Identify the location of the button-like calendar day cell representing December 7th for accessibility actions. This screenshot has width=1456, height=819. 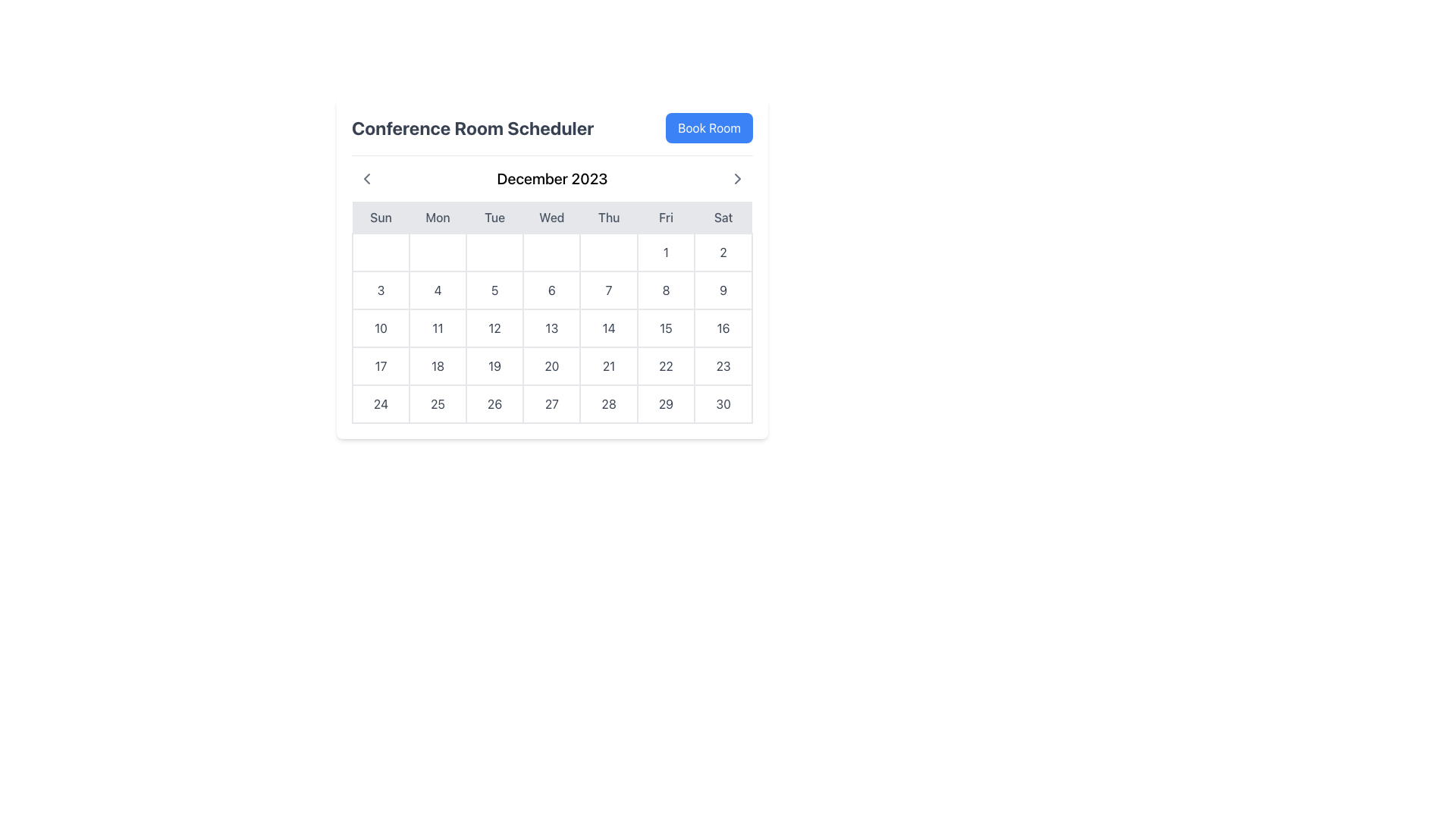
(609, 290).